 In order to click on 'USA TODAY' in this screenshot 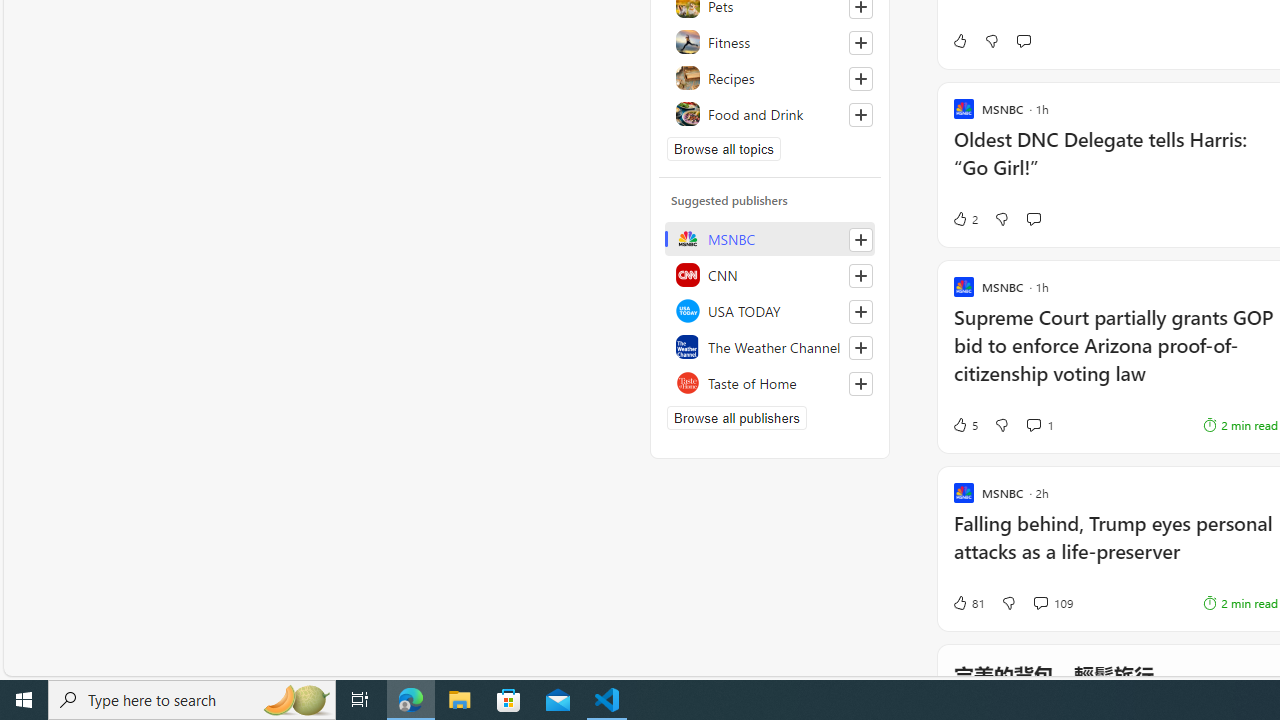, I will do `click(769, 311)`.